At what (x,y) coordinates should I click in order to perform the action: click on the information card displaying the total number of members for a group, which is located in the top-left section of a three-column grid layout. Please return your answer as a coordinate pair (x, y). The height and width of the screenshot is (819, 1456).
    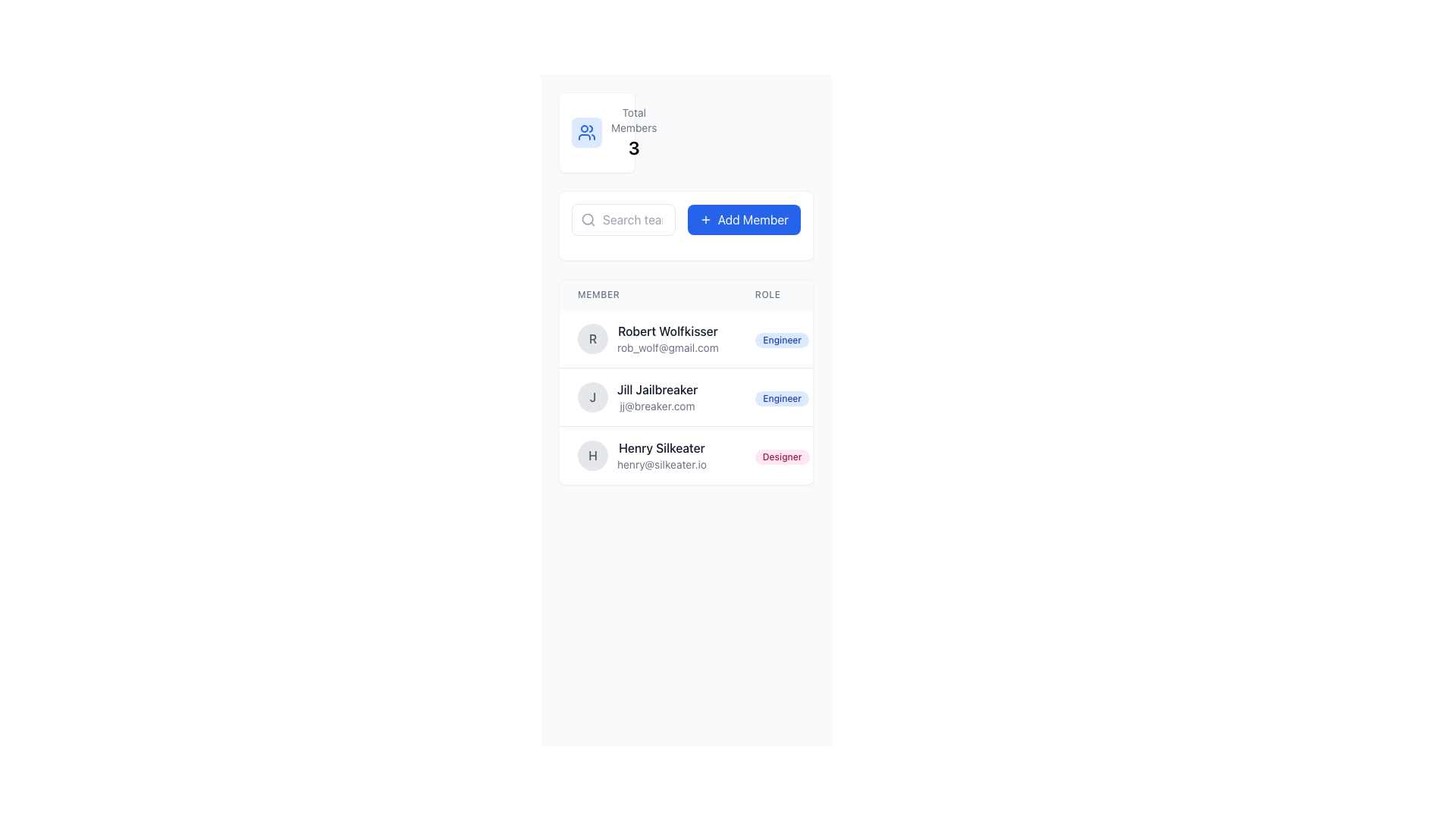
    Looking at the image, I should click on (596, 131).